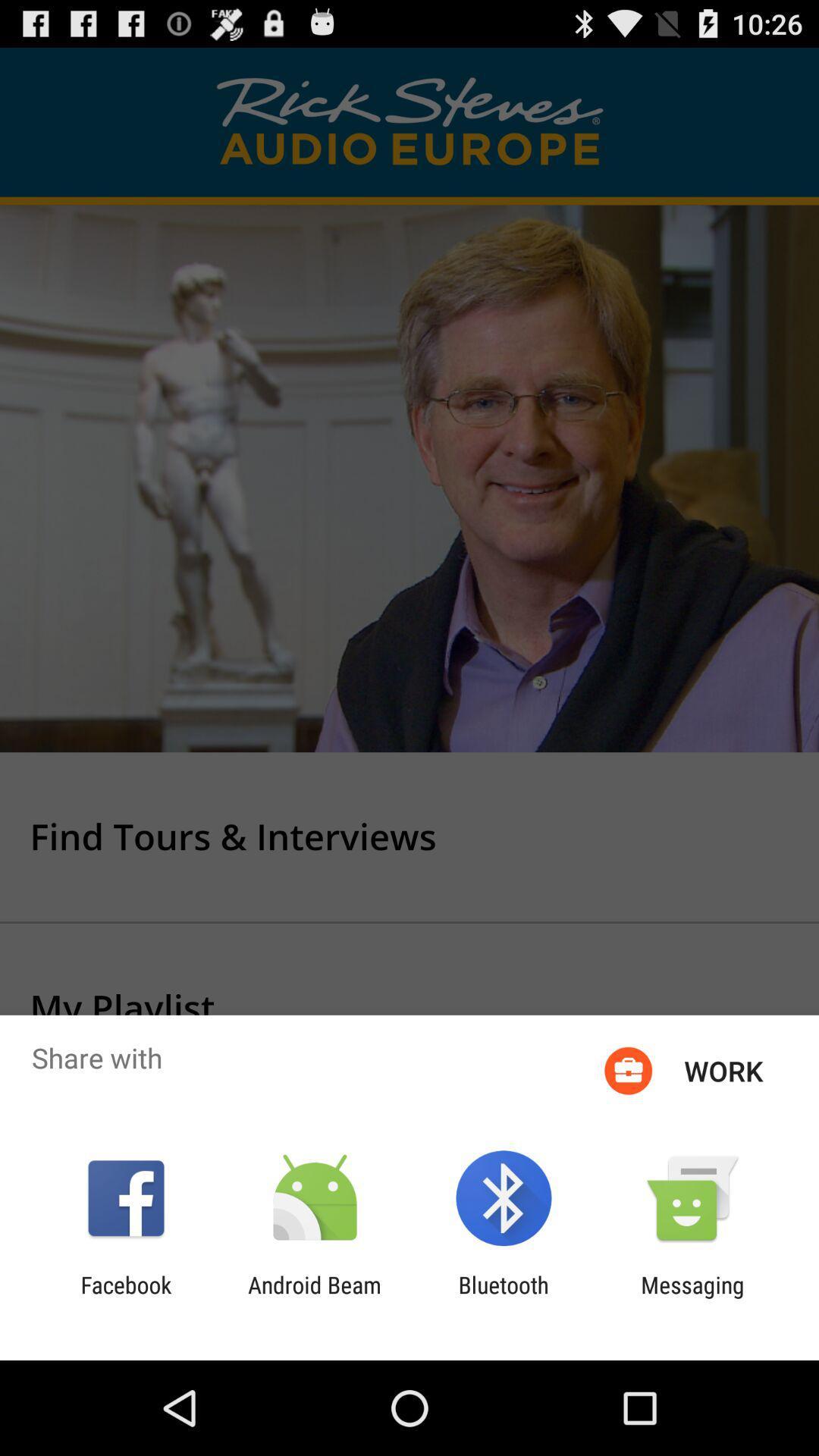 The width and height of the screenshot is (819, 1456). What do you see at coordinates (314, 1298) in the screenshot?
I see `icon next to the facebook` at bounding box center [314, 1298].